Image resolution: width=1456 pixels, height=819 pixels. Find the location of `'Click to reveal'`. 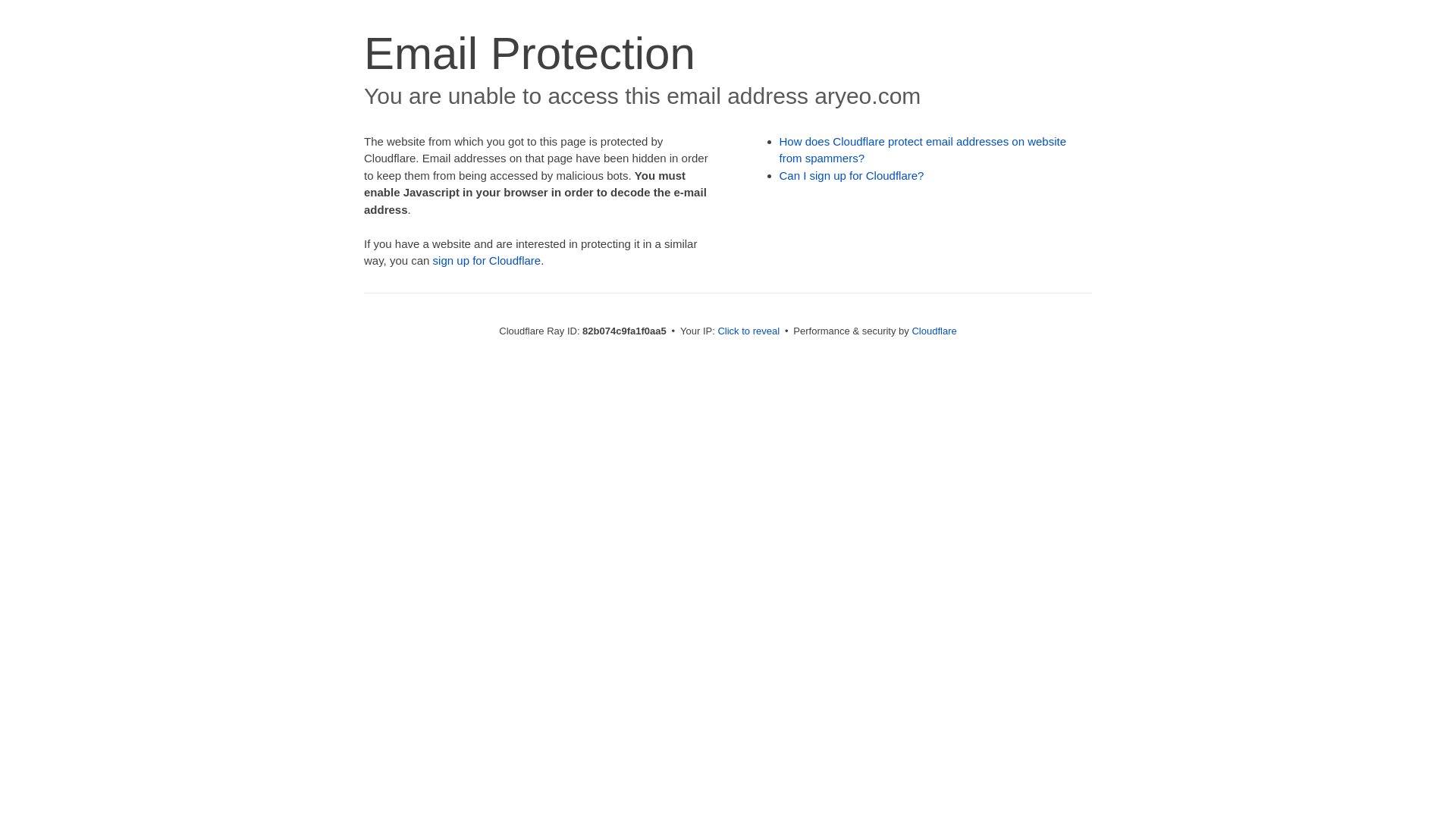

'Click to reveal' is located at coordinates (748, 330).